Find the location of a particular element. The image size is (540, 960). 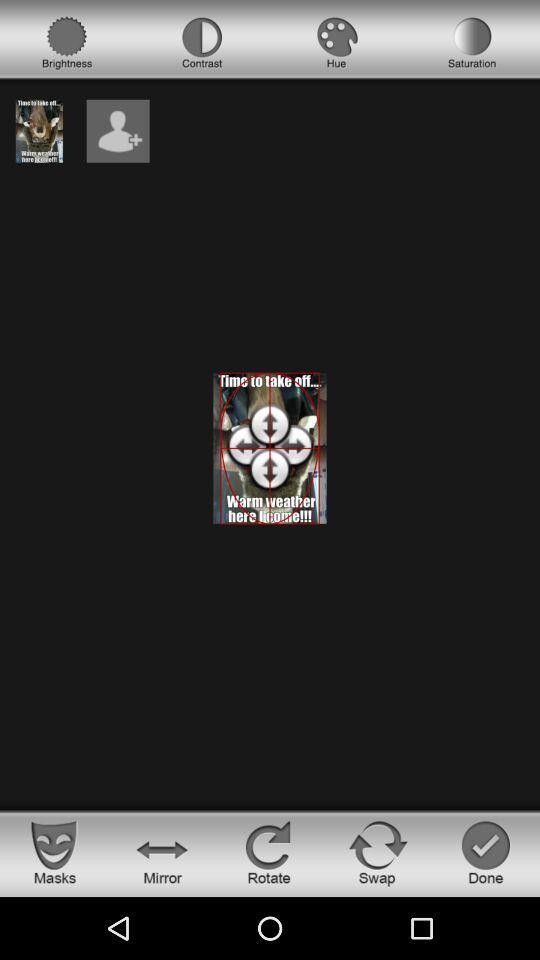

the follow icon is located at coordinates (118, 130).